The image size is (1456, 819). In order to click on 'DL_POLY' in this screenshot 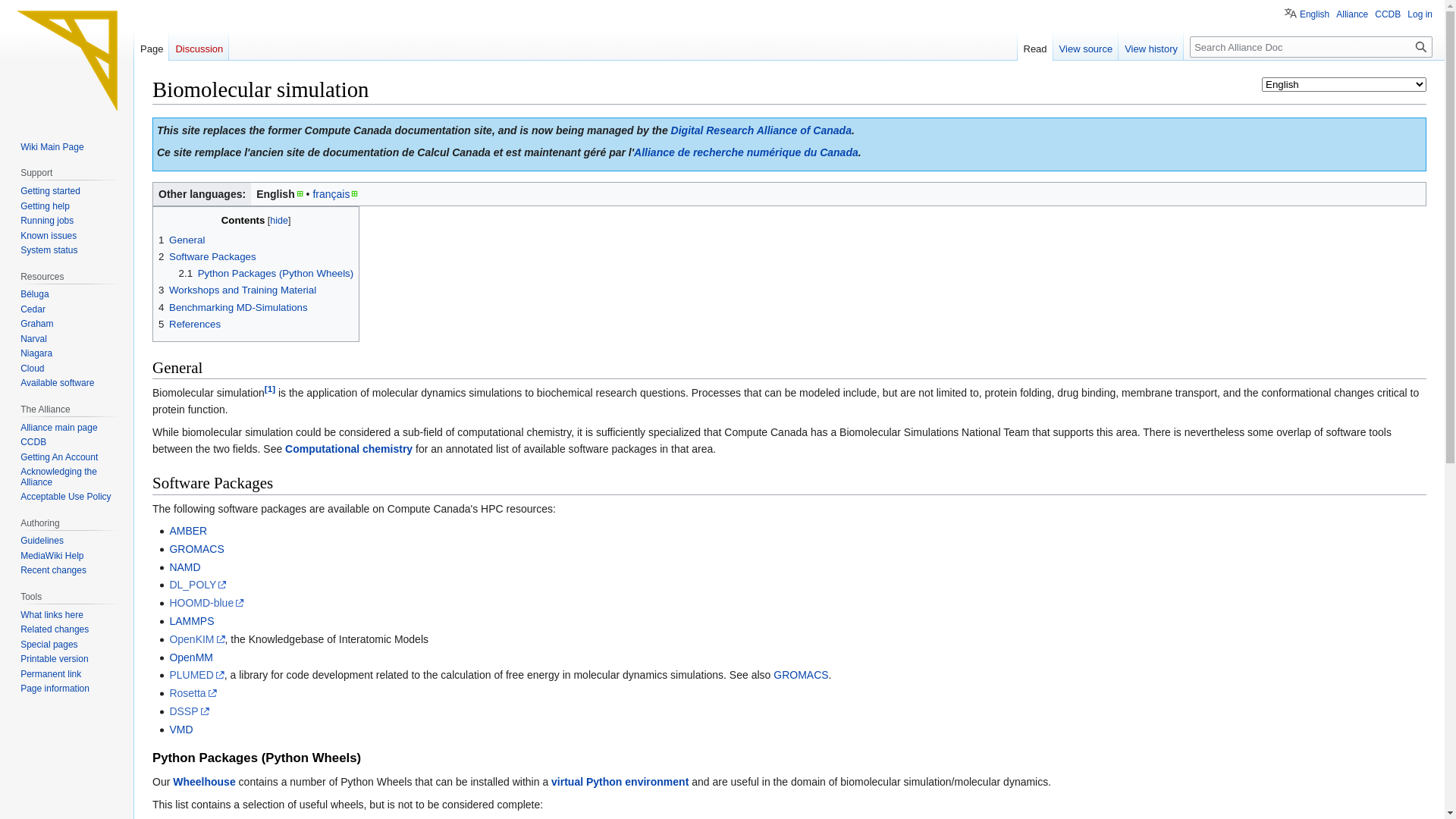, I will do `click(196, 584)`.